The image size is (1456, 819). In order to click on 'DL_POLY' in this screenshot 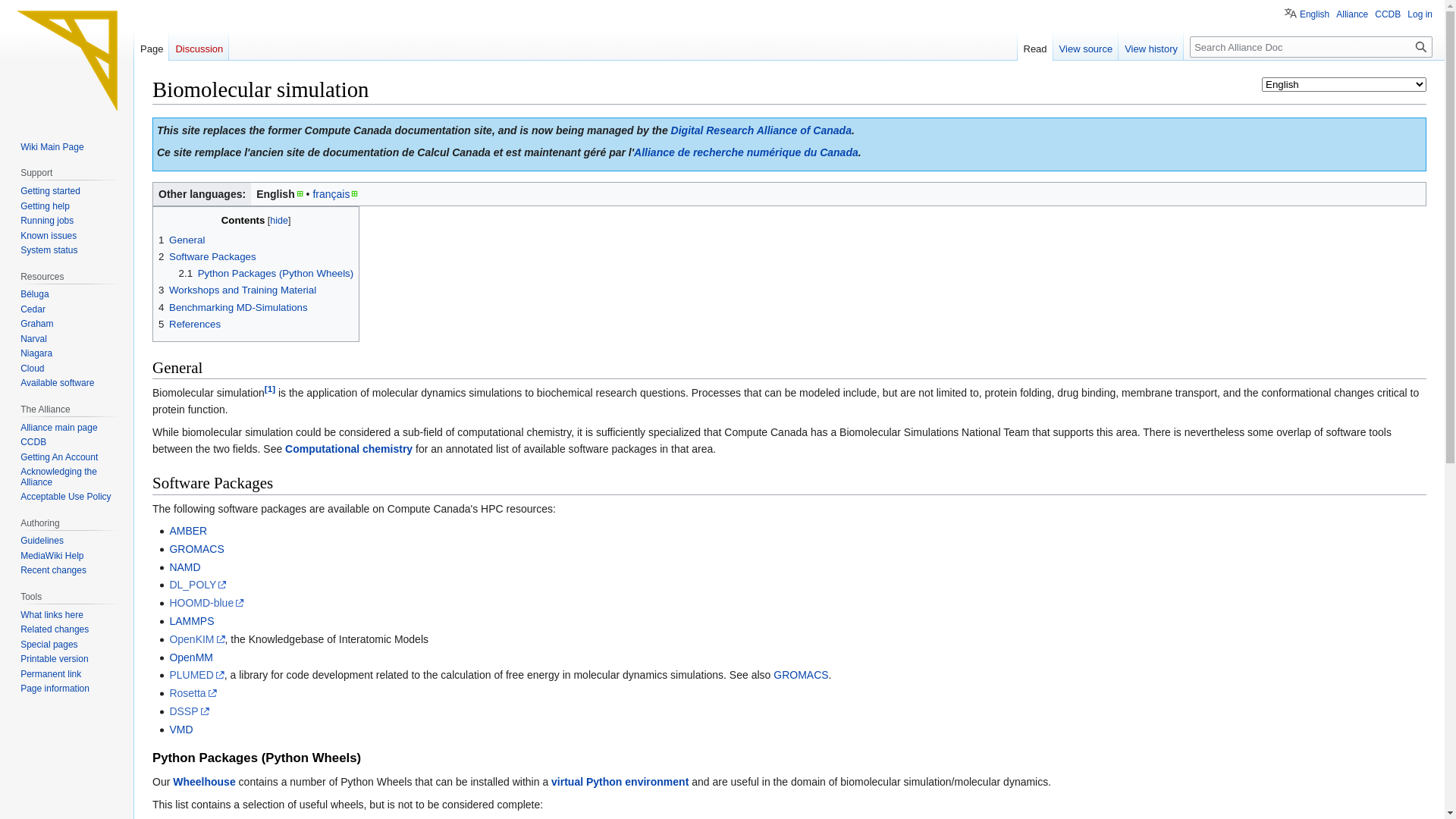, I will do `click(196, 584)`.